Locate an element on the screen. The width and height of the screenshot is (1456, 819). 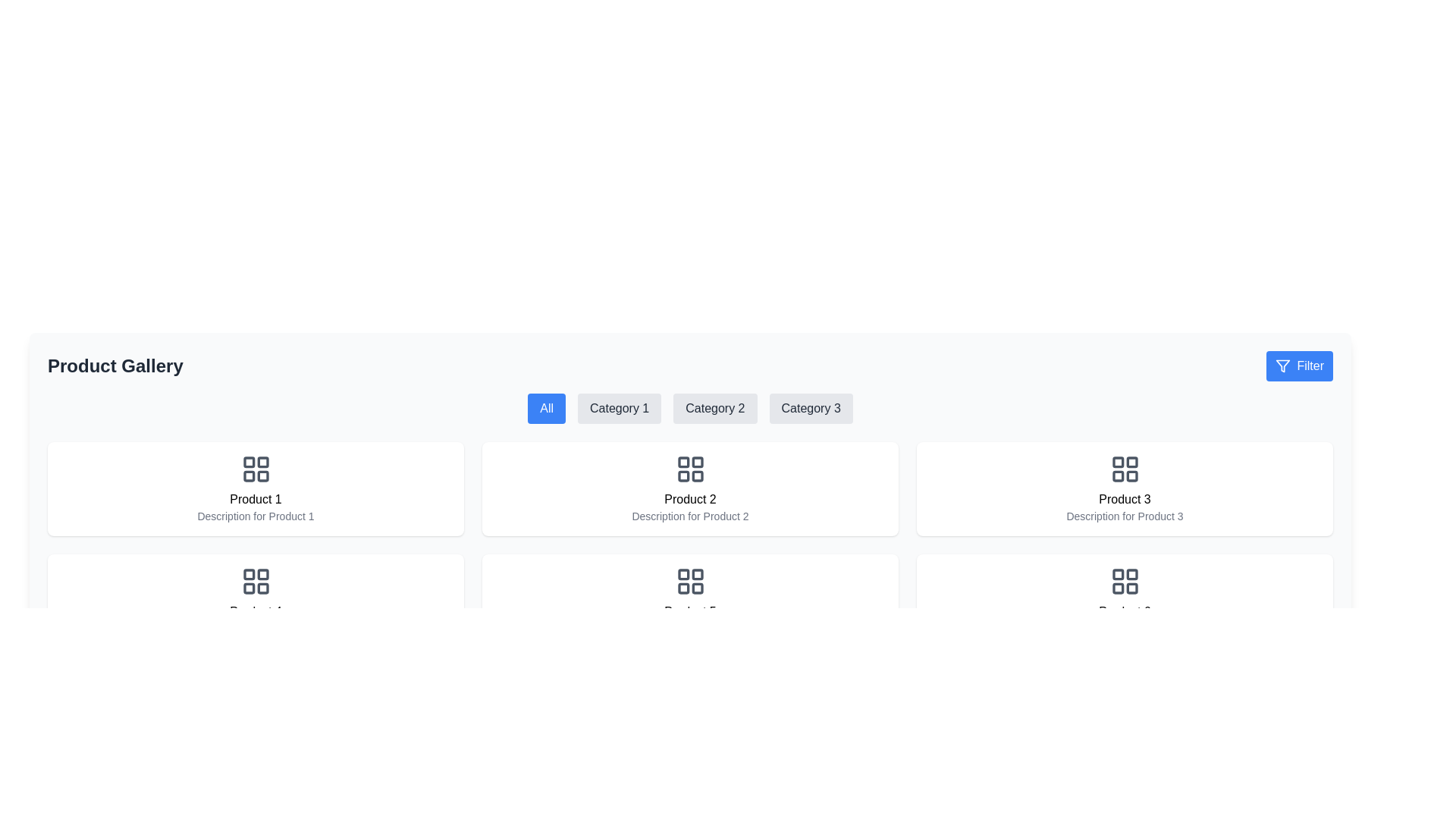
the top-left square of the grid layout icon which serves as a decorative element in the interface is located at coordinates (1118, 574).